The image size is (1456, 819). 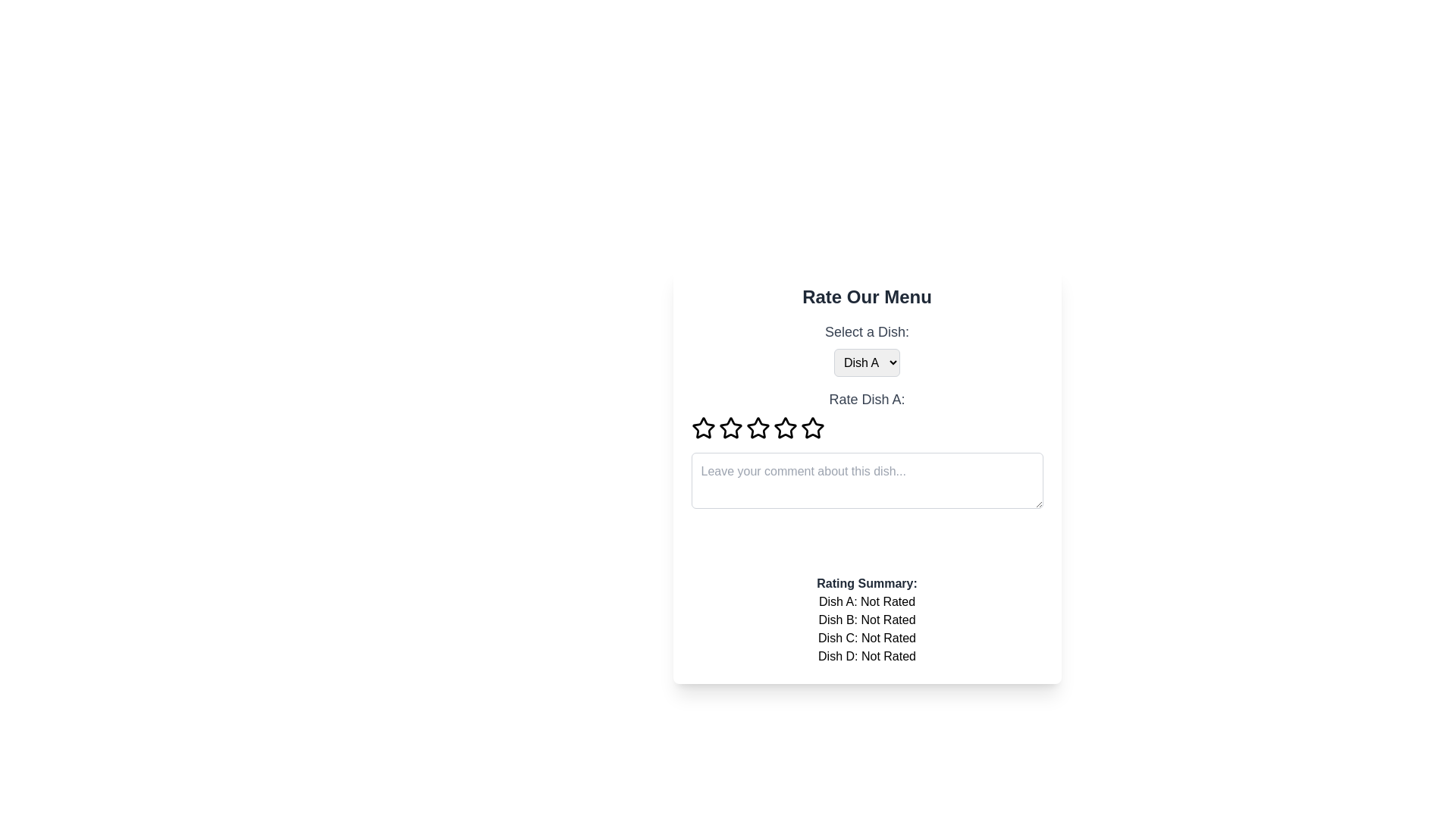 What do you see at coordinates (758, 428) in the screenshot?
I see `the second star icon from the left to rate 'Dish A' in the rating system` at bounding box center [758, 428].